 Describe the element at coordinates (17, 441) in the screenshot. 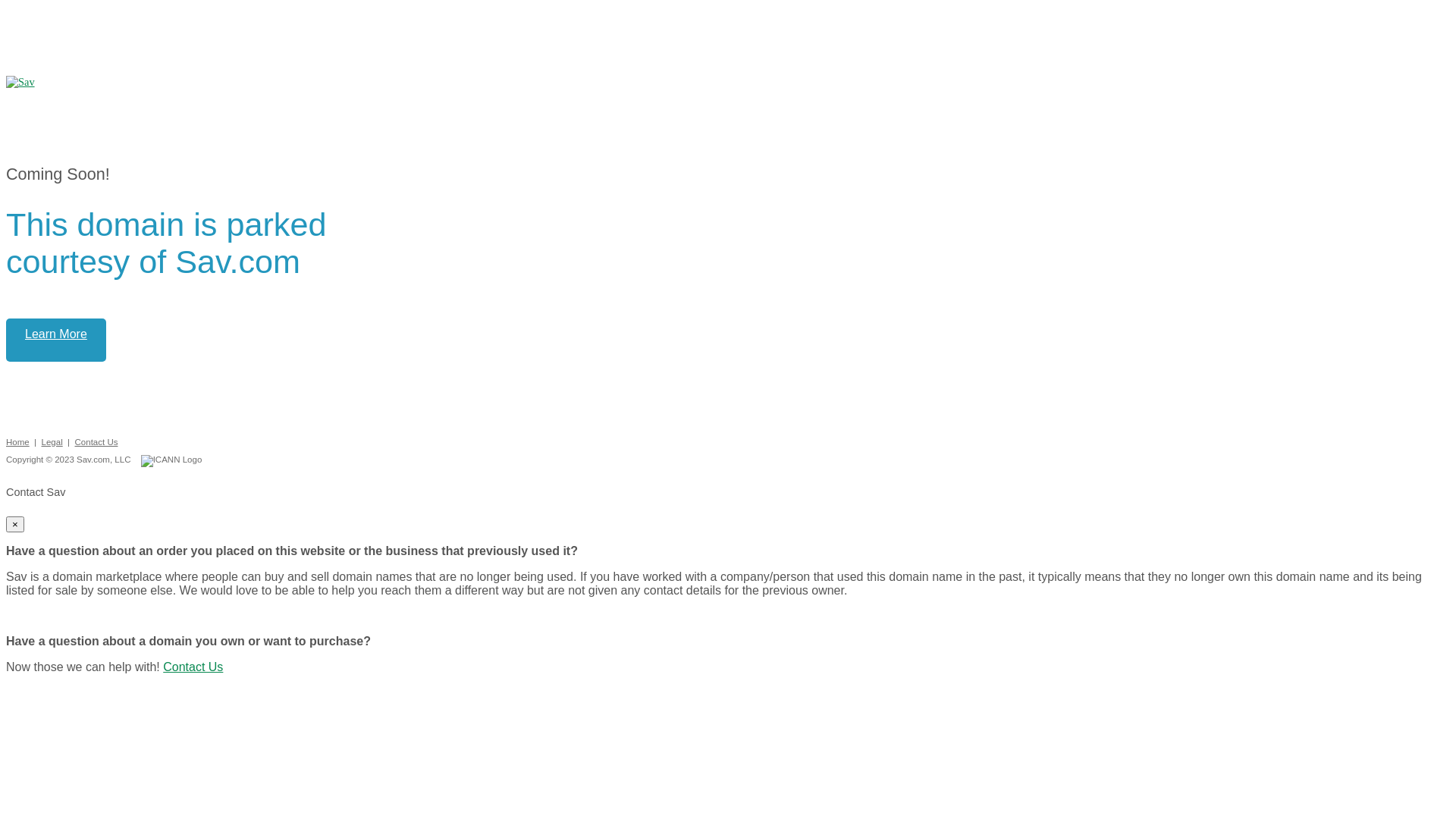

I see `'Home'` at that location.